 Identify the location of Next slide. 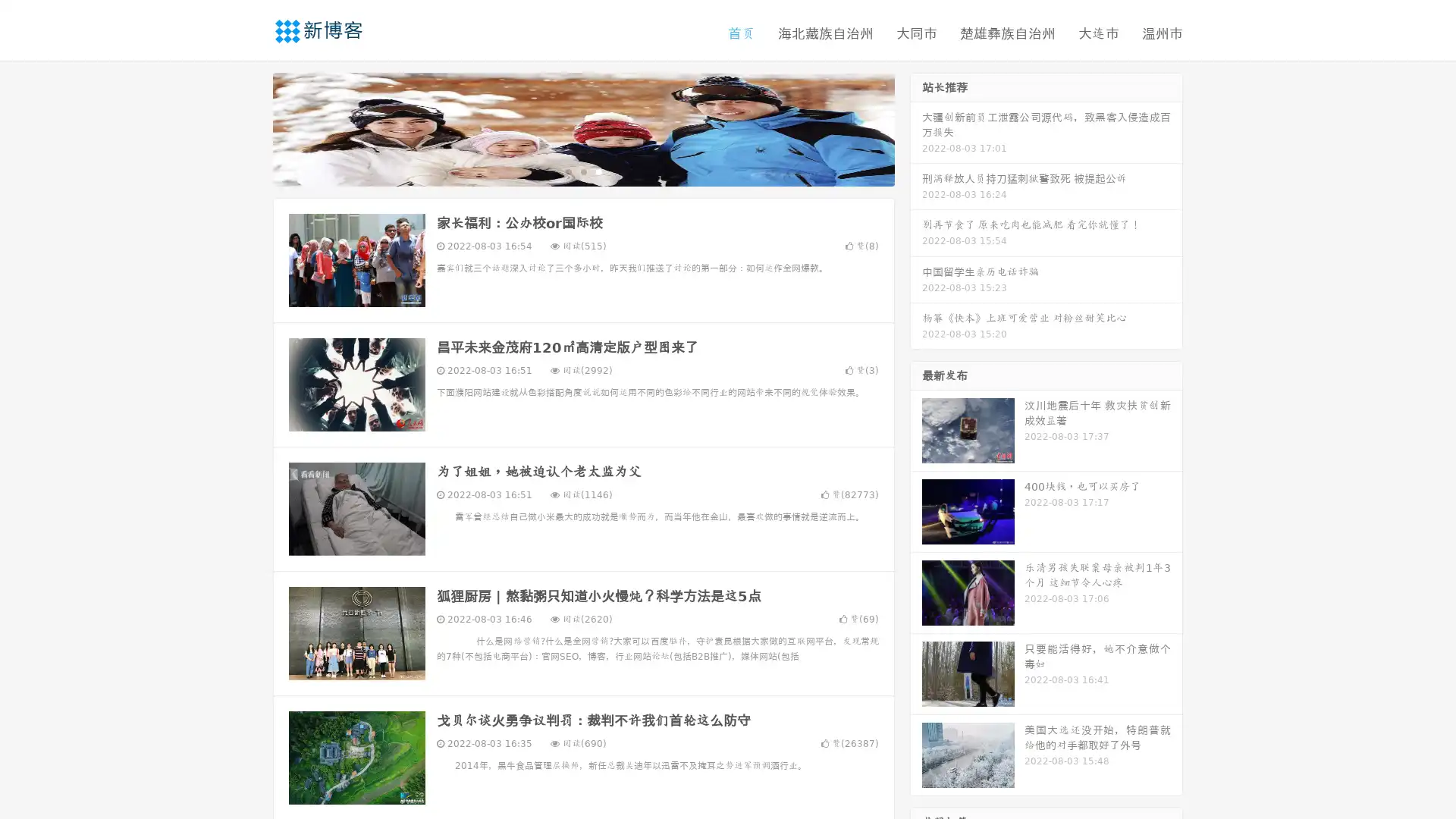
(916, 127).